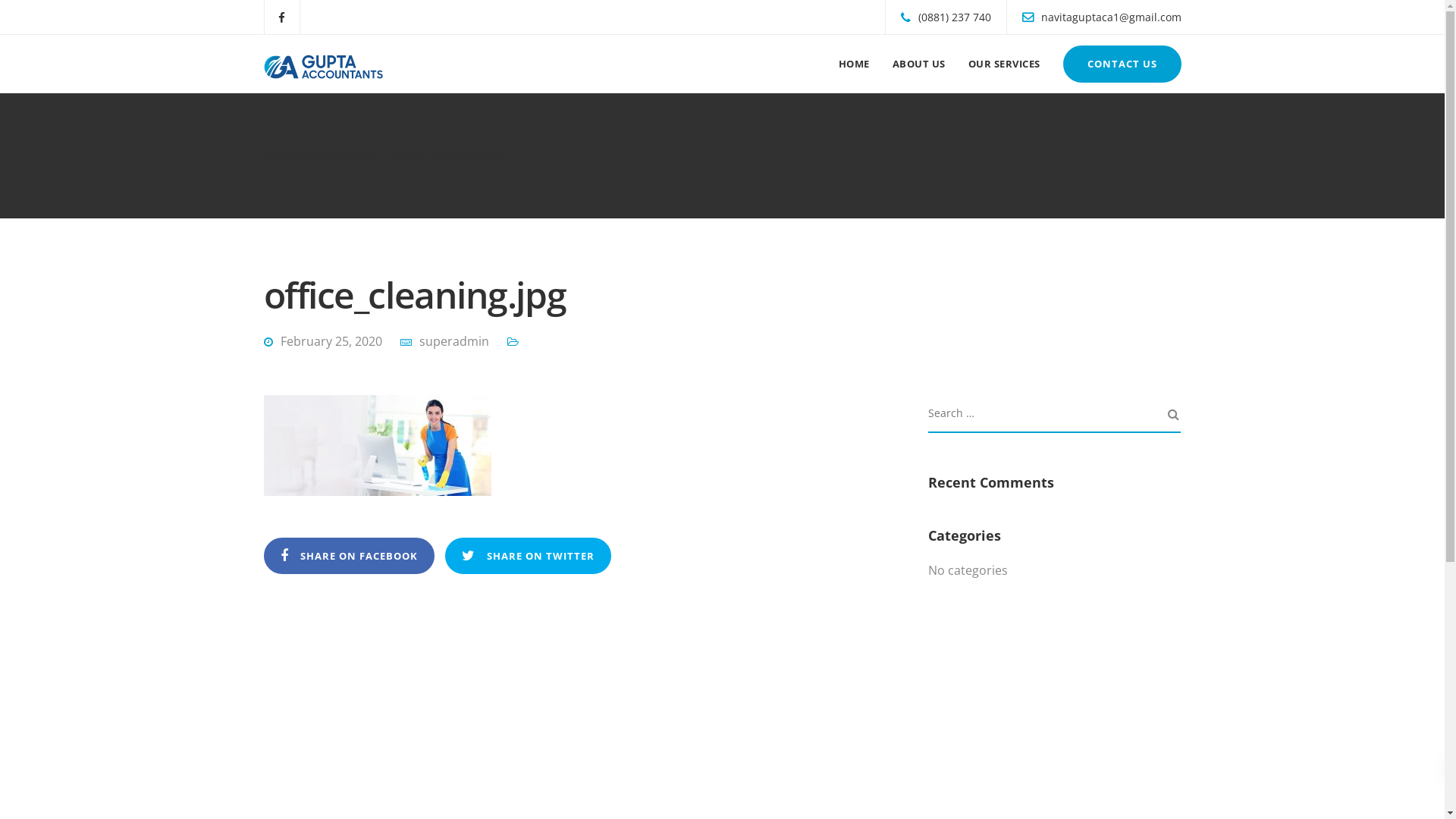 Image resolution: width=1456 pixels, height=819 pixels. I want to click on 'OUR SERVICES', so click(1004, 63).